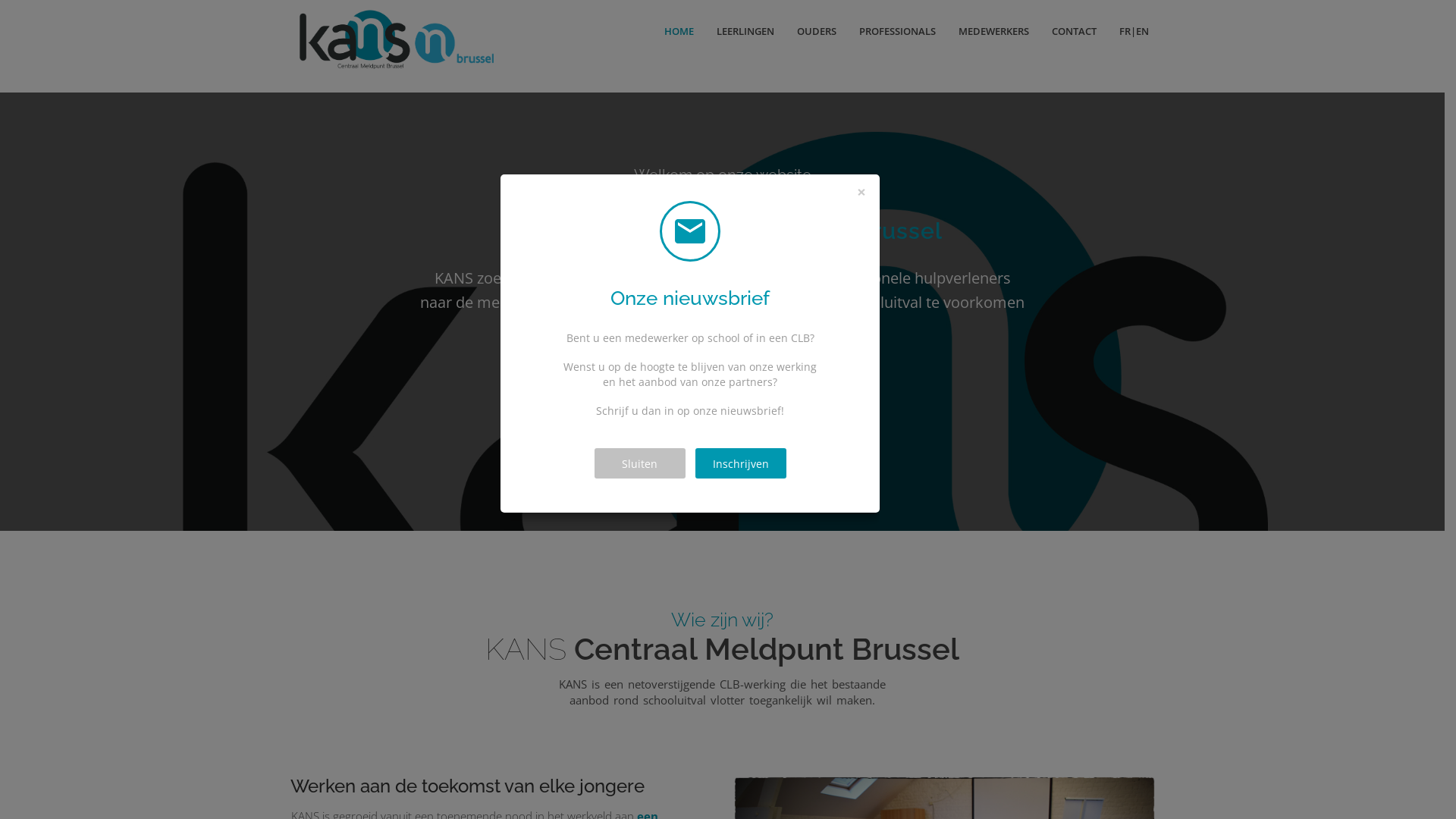 The height and width of the screenshot is (819, 1456). I want to click on 'OUDERS', so click(815, 31).